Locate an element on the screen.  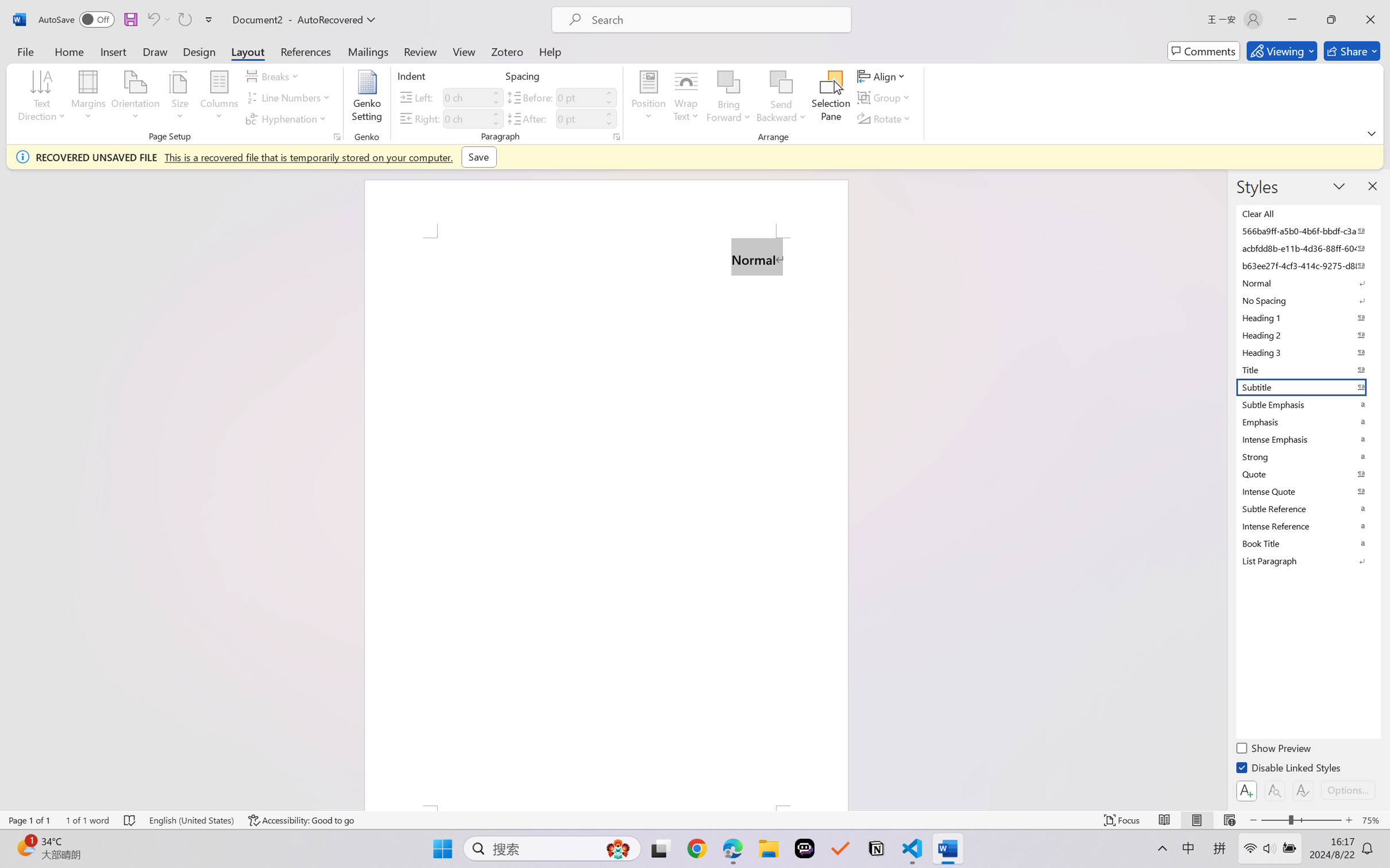
'Subtle Emphasis' is located at coordinates (1307, 404).